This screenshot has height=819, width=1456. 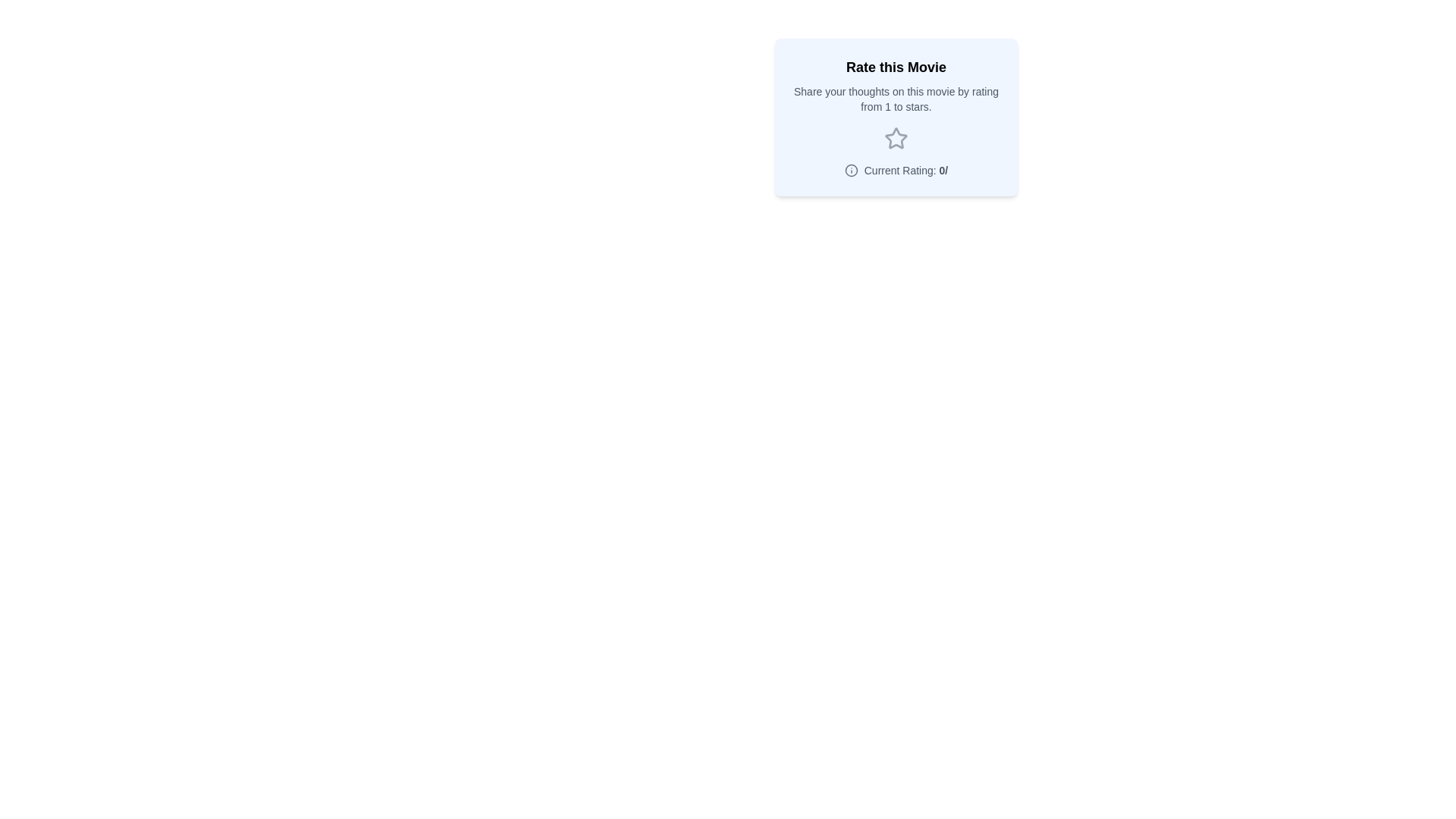 I want to click on the information icon located to the left of the 'Current Rating: 0/' text, so click(x=851, y=170).